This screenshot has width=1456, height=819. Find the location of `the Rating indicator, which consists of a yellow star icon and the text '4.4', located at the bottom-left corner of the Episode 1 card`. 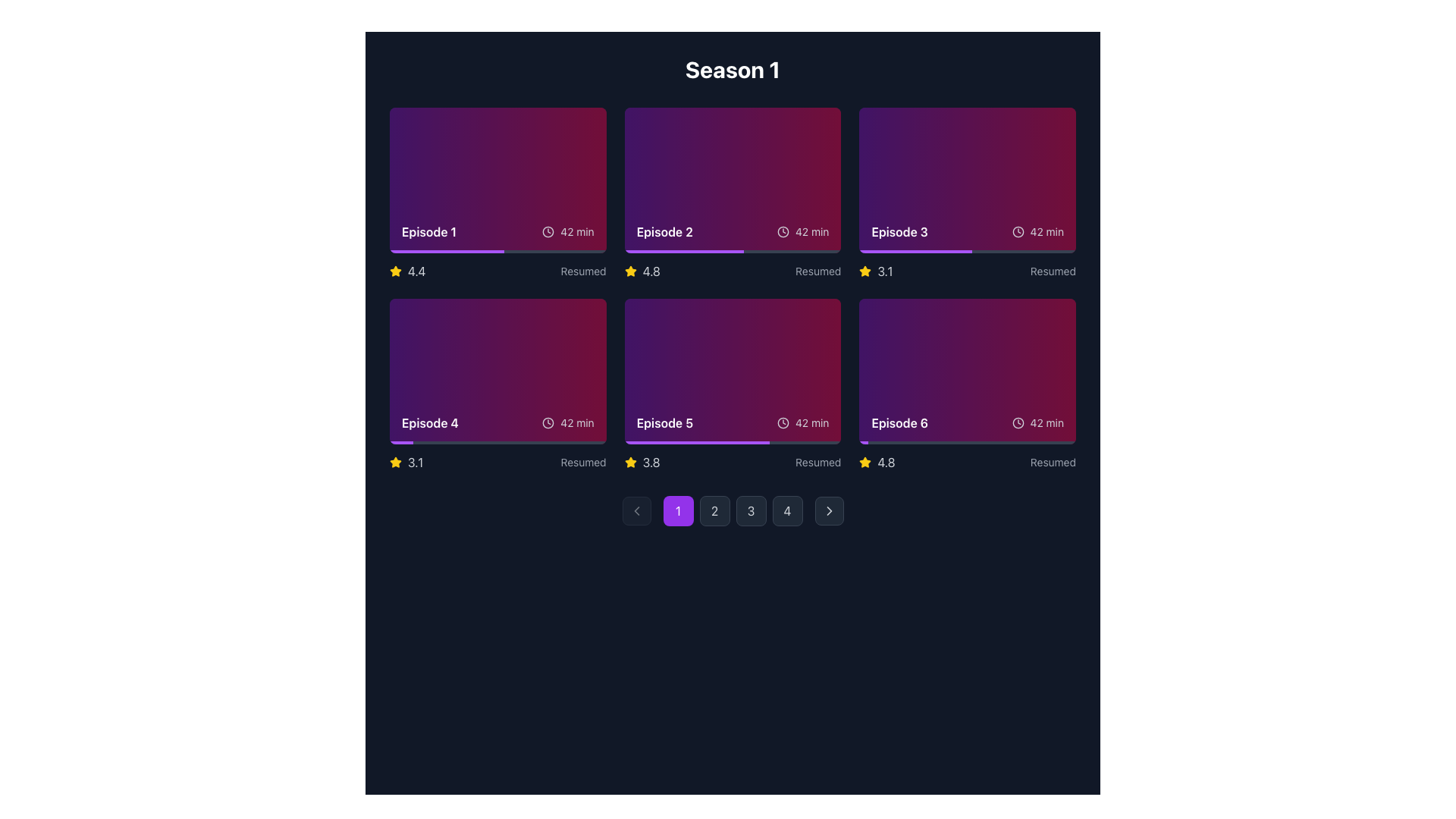

the Rating indicator, which consists of a yellow star icon and the text '4.4', located at the bottom-left corner of the Episode 1 card is located at coordinates (407, 271).